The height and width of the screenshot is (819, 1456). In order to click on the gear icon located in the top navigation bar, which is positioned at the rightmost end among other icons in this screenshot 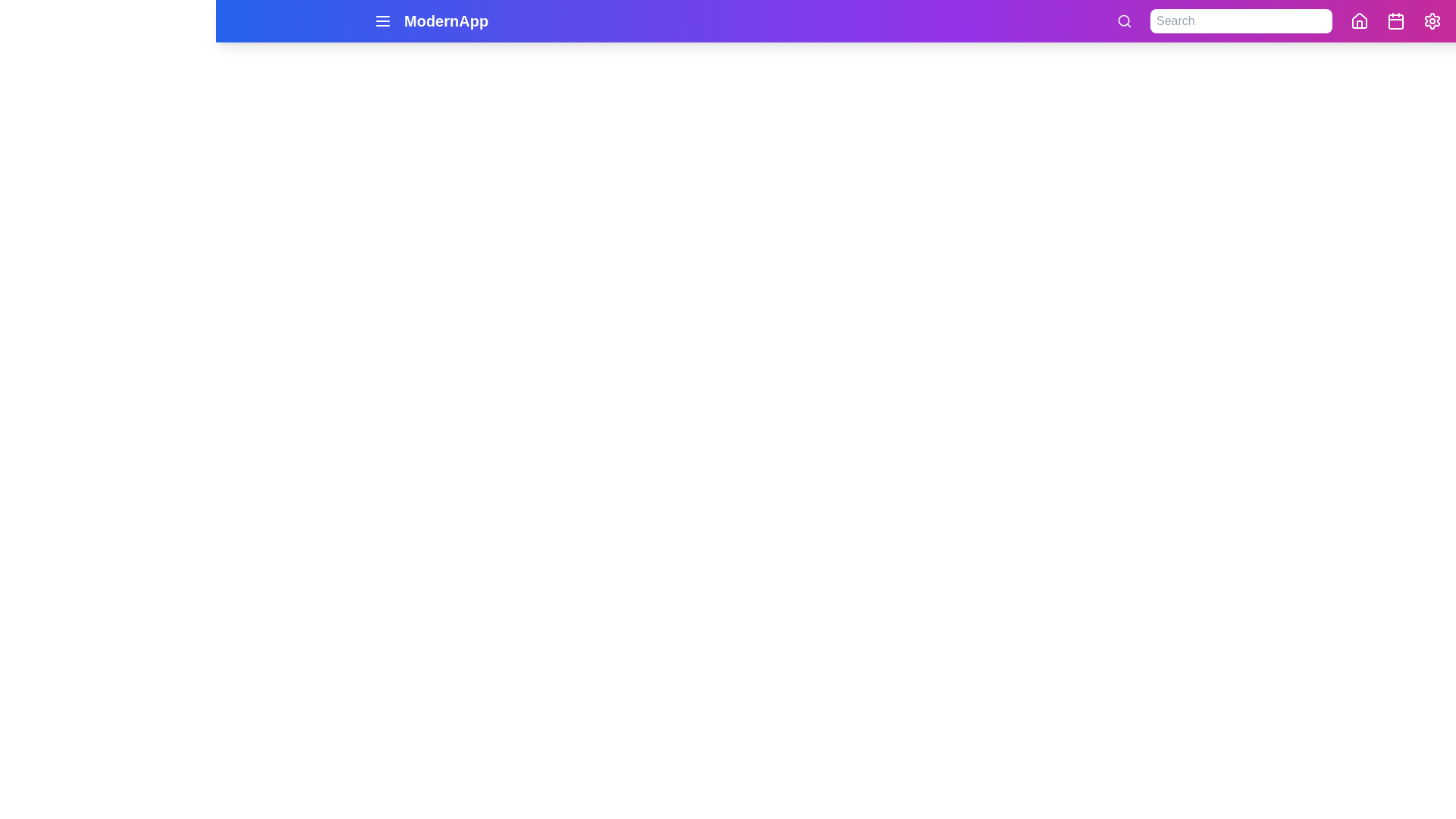, I will do `click(1432, 20)`.